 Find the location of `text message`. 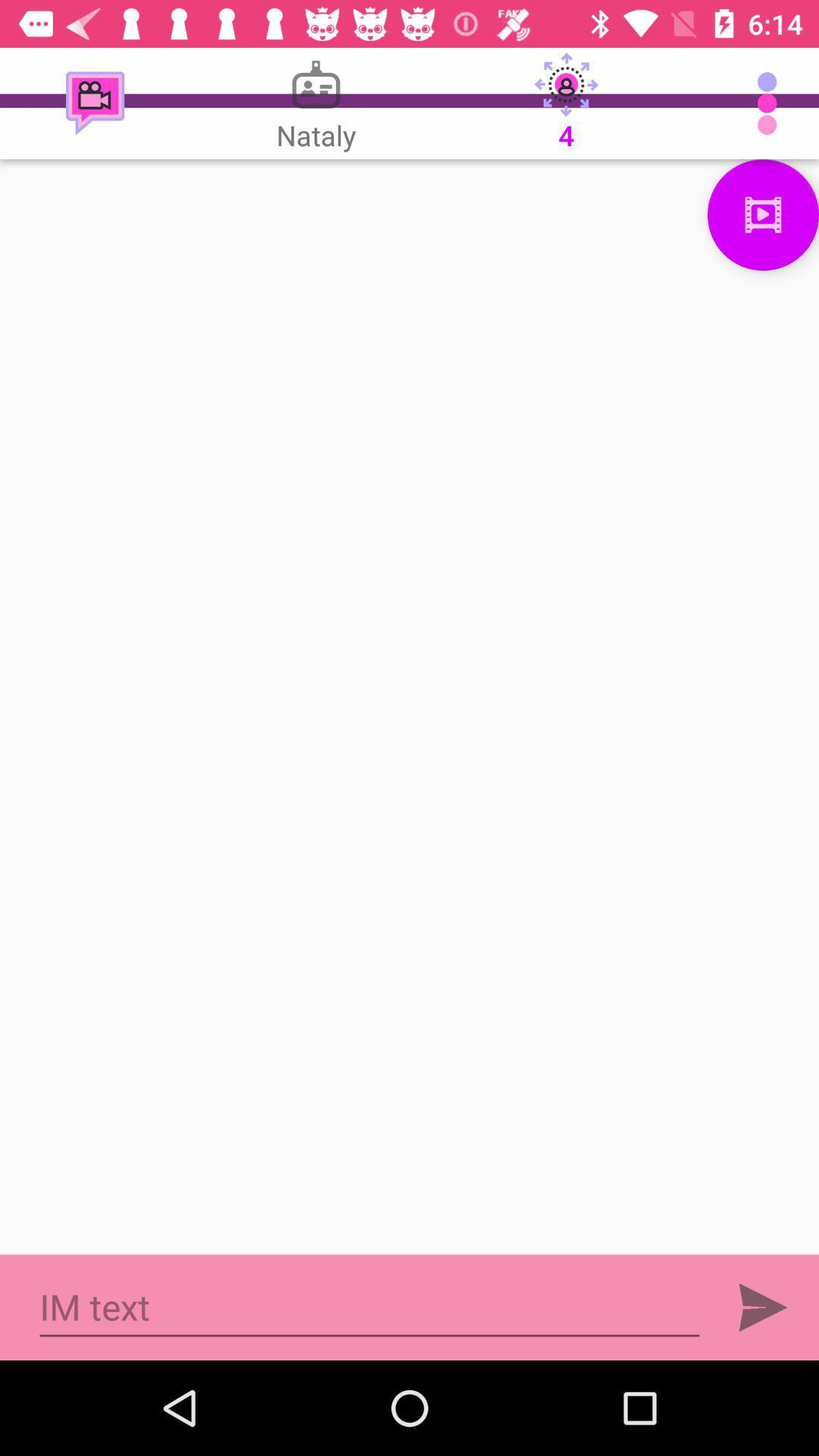

text message is located at coordinates (369, 1307).